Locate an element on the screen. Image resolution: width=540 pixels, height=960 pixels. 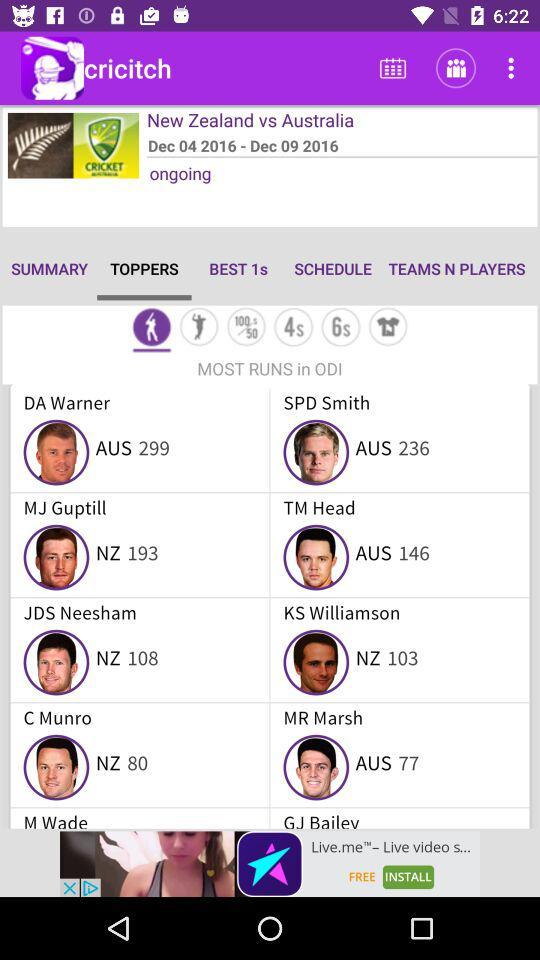
icon button is located at coordinates (199, 329).